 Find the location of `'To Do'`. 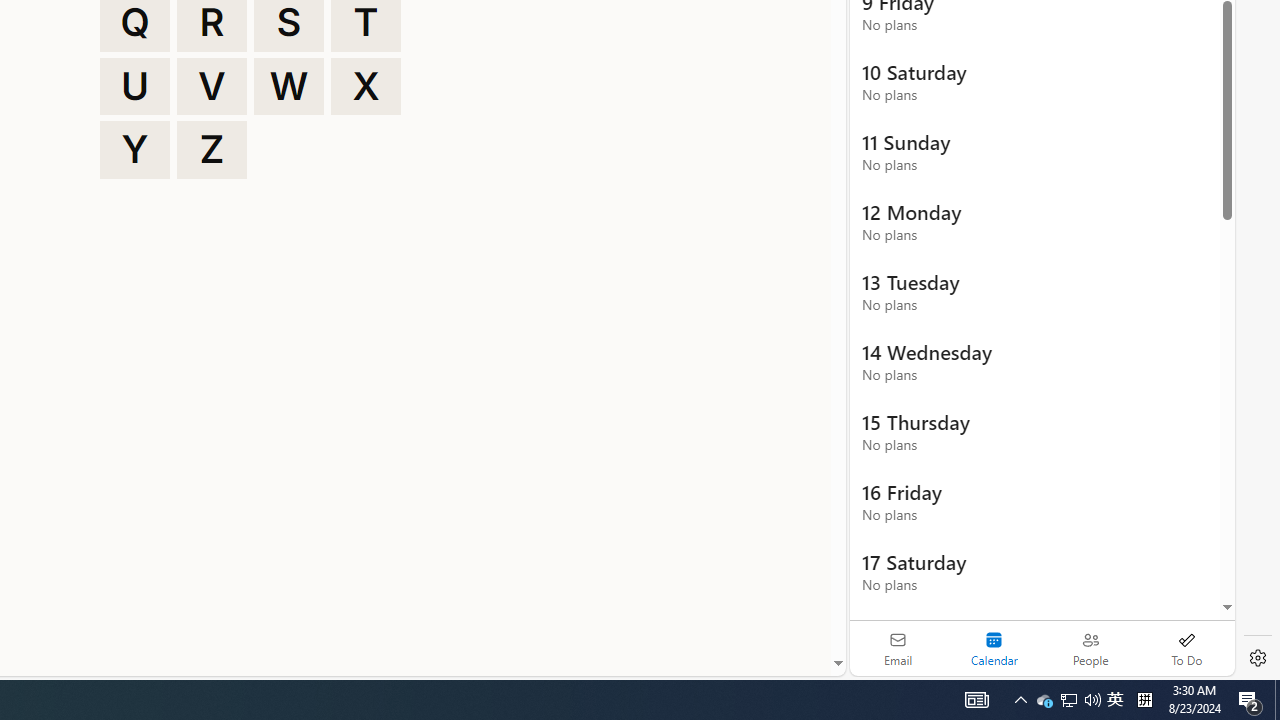

'To Do' is located at coordinates (1186, 648).